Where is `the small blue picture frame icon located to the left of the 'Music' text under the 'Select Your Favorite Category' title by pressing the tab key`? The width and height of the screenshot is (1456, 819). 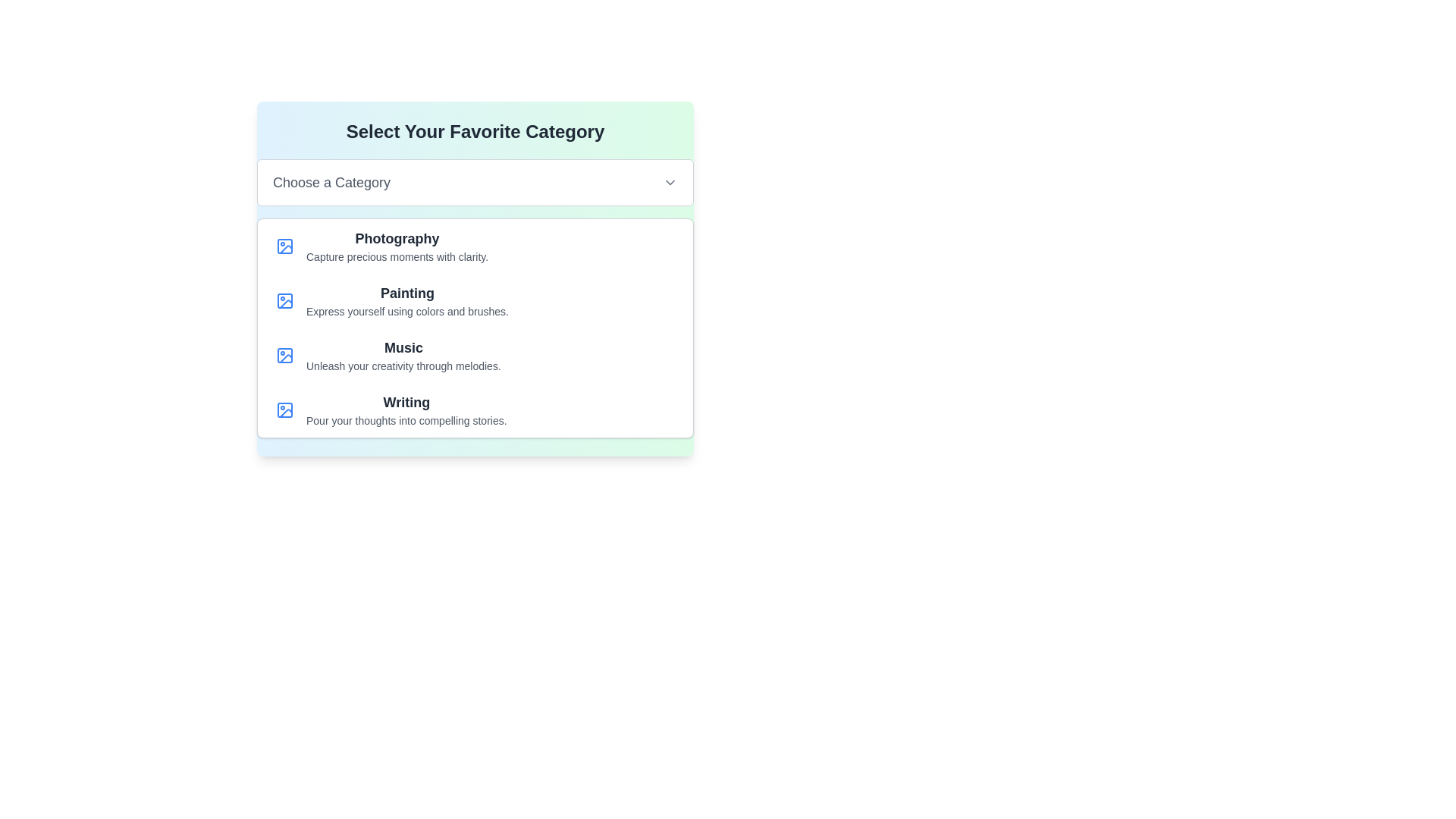 the small blue picture frame icon located to the left of the 'Music' text under the 'Select Your Favorite Category' title by pressing the tab key is located at coordinates (284, 356).